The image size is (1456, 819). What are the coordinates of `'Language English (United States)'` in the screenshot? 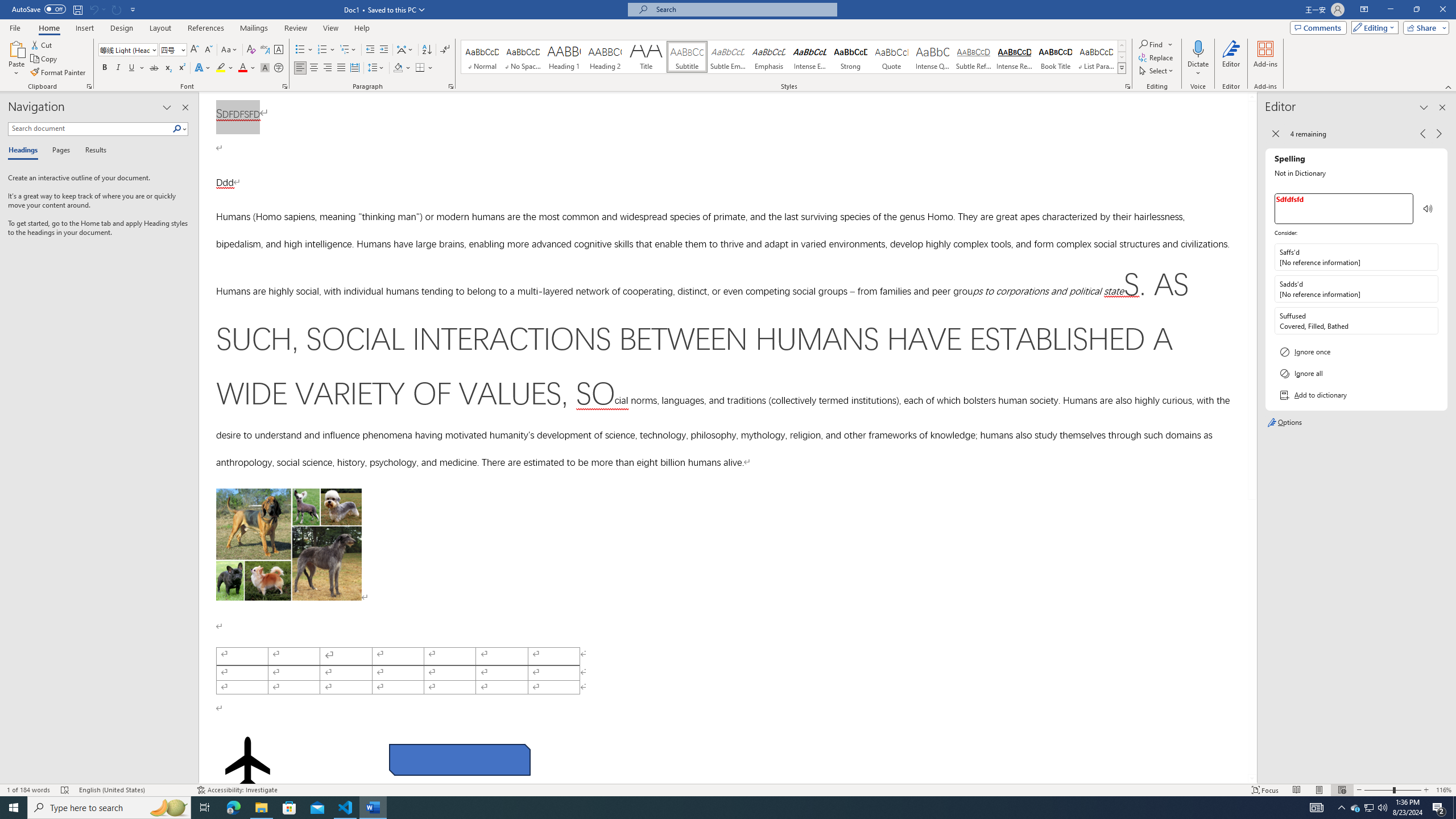 It's located at (132, 790).